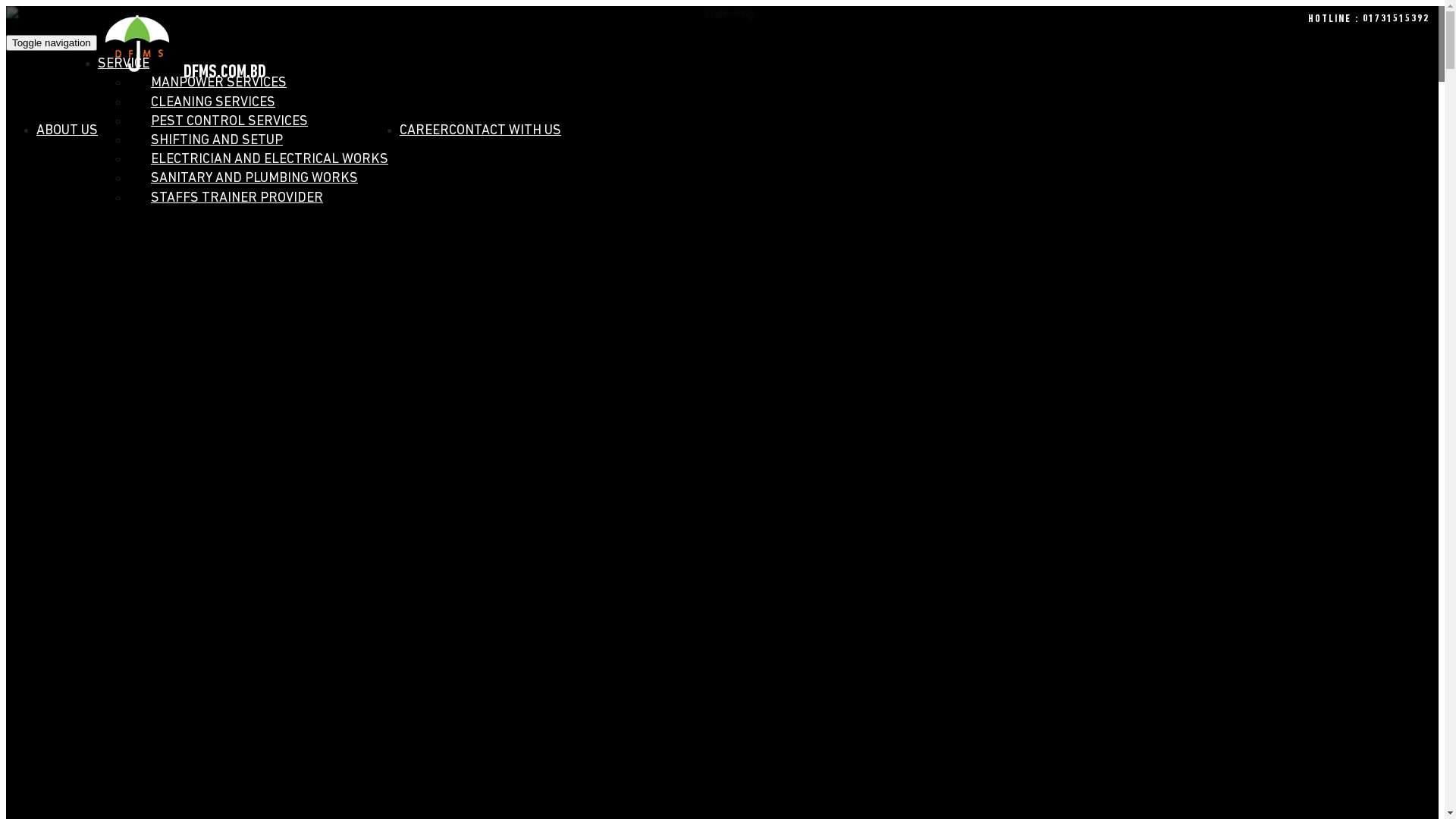  I want to click on 'SERVICE', so click(124, 77).